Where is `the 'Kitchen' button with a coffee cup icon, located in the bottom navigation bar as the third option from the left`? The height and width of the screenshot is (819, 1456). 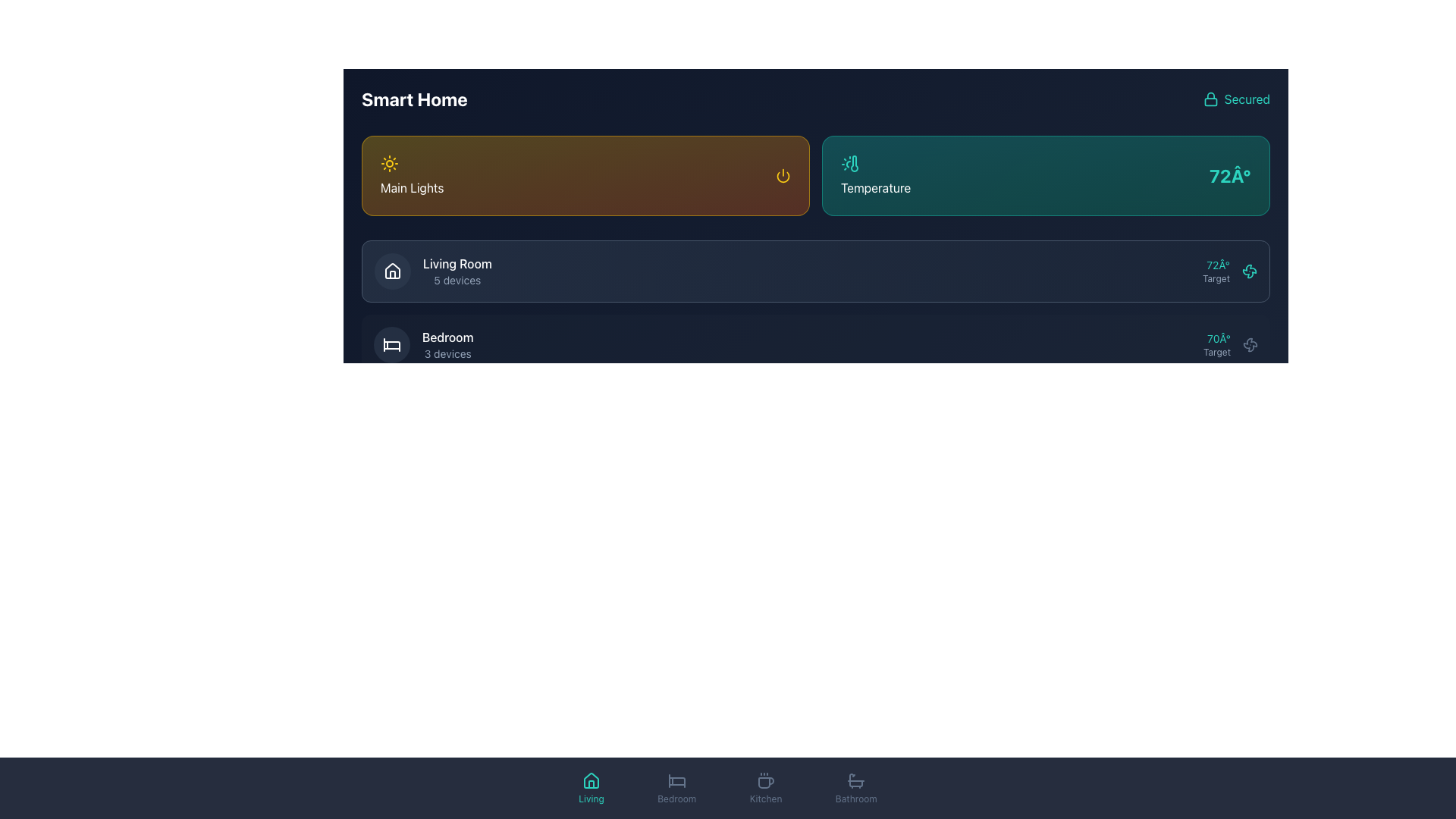
the 'Kitchen' button with a coffee cup icon, located in the bottom navigation bar as the third option from the left is located at coordinates (766, 788).